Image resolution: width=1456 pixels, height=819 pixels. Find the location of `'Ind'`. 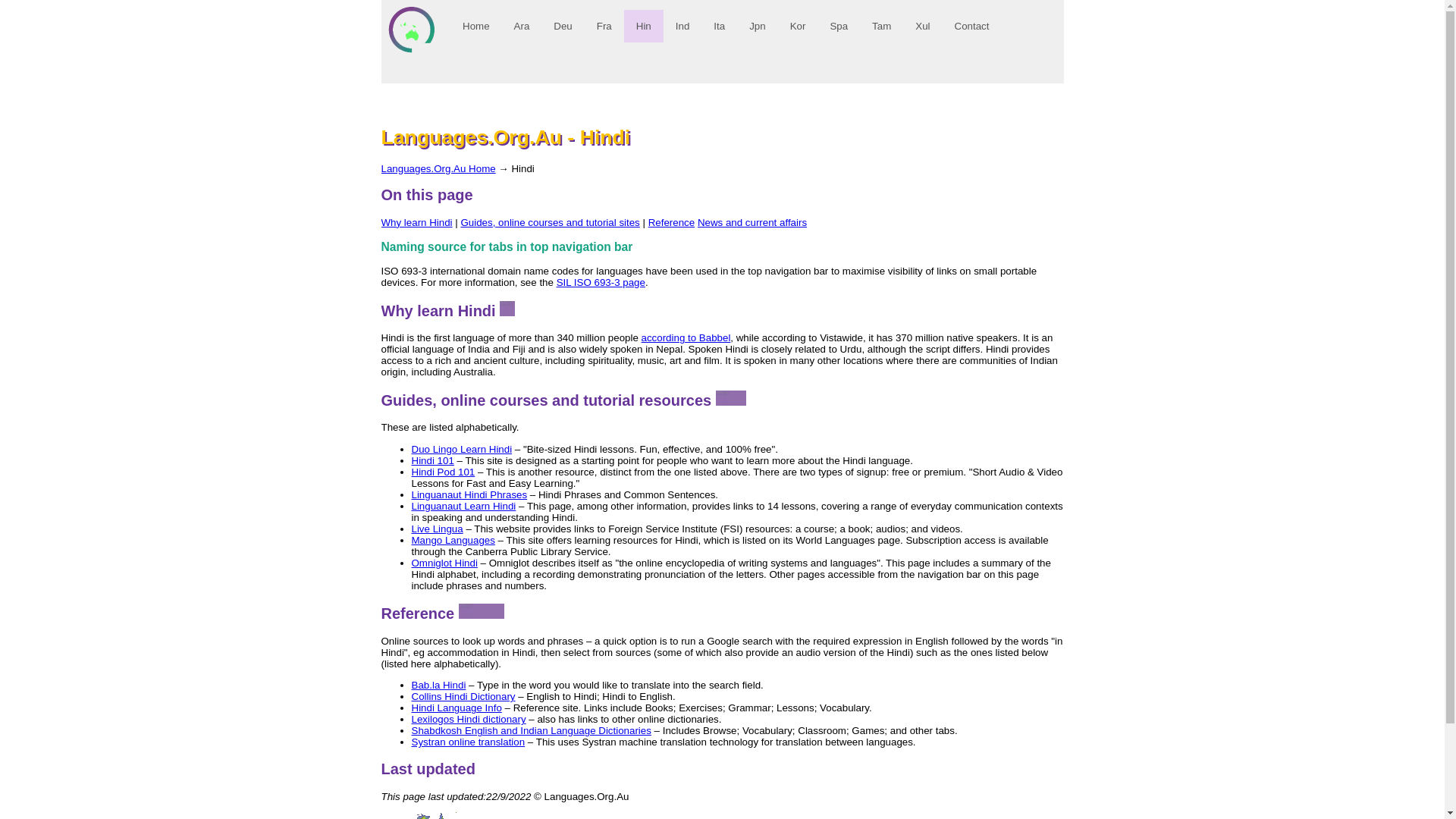

'Ind' is located at coordinates (681, 26).